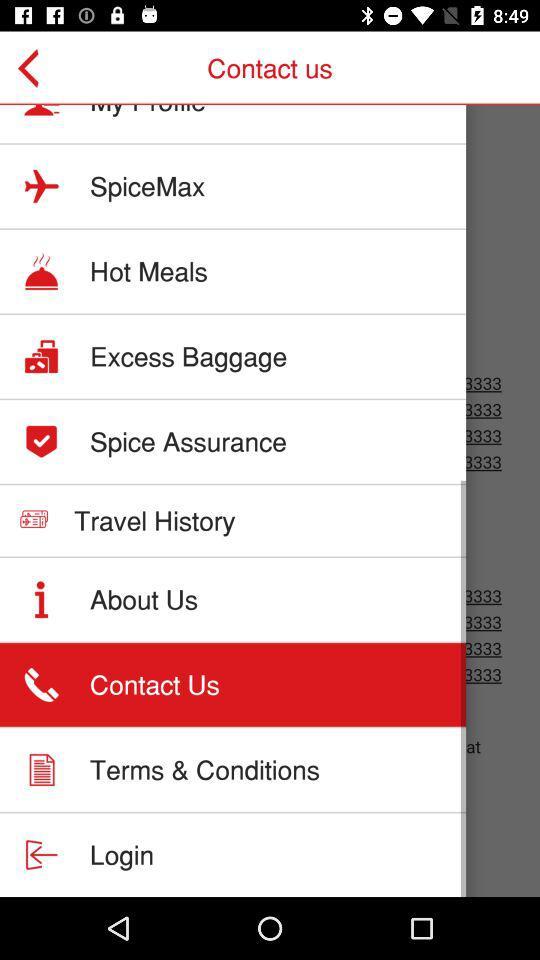 This screenshot has height=960, width=540. I want to click on the item above excess baggage, so click(147, 270).